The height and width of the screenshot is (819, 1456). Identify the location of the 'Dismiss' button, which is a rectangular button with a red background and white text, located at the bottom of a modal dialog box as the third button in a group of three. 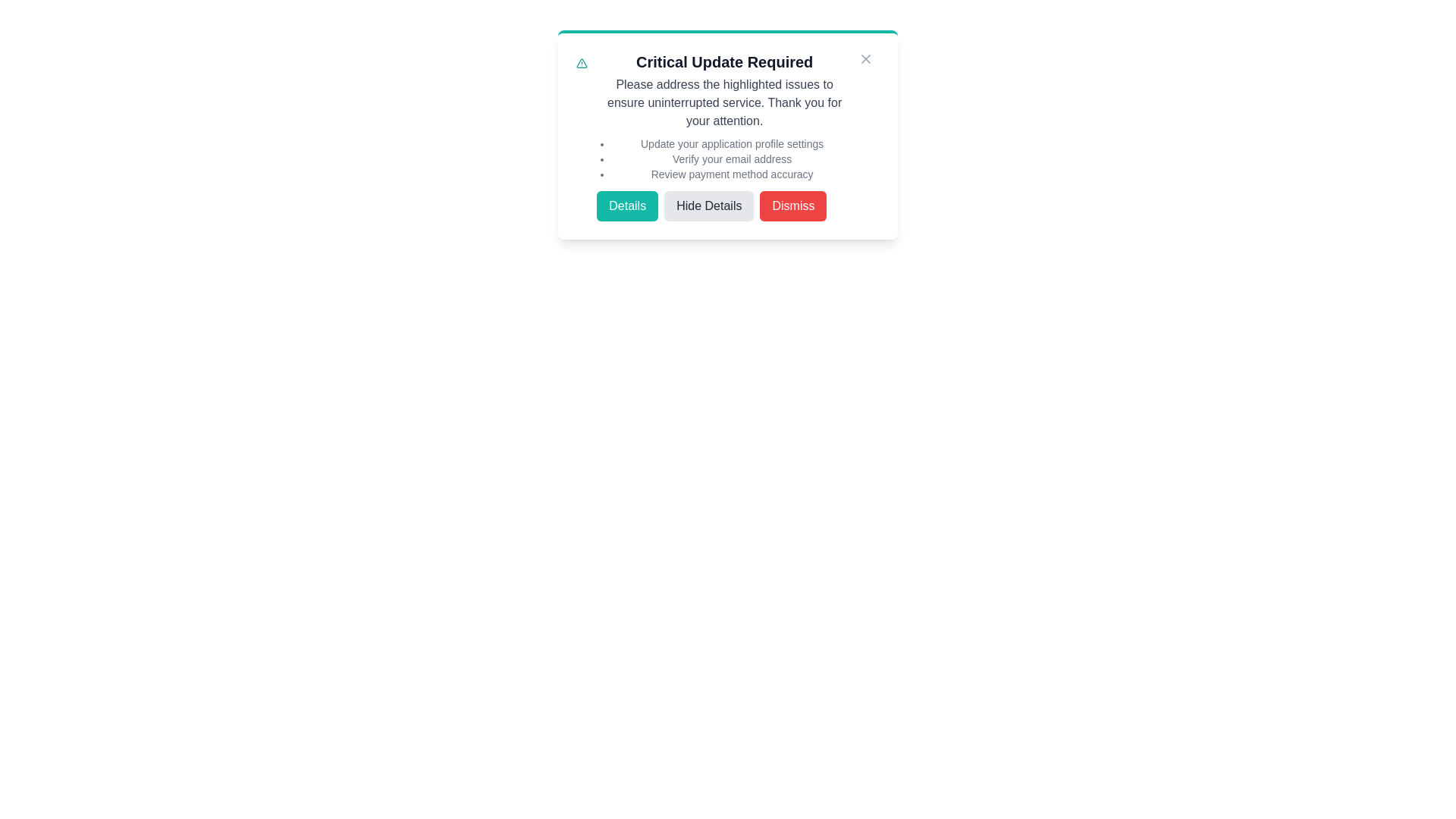
(792, 206).